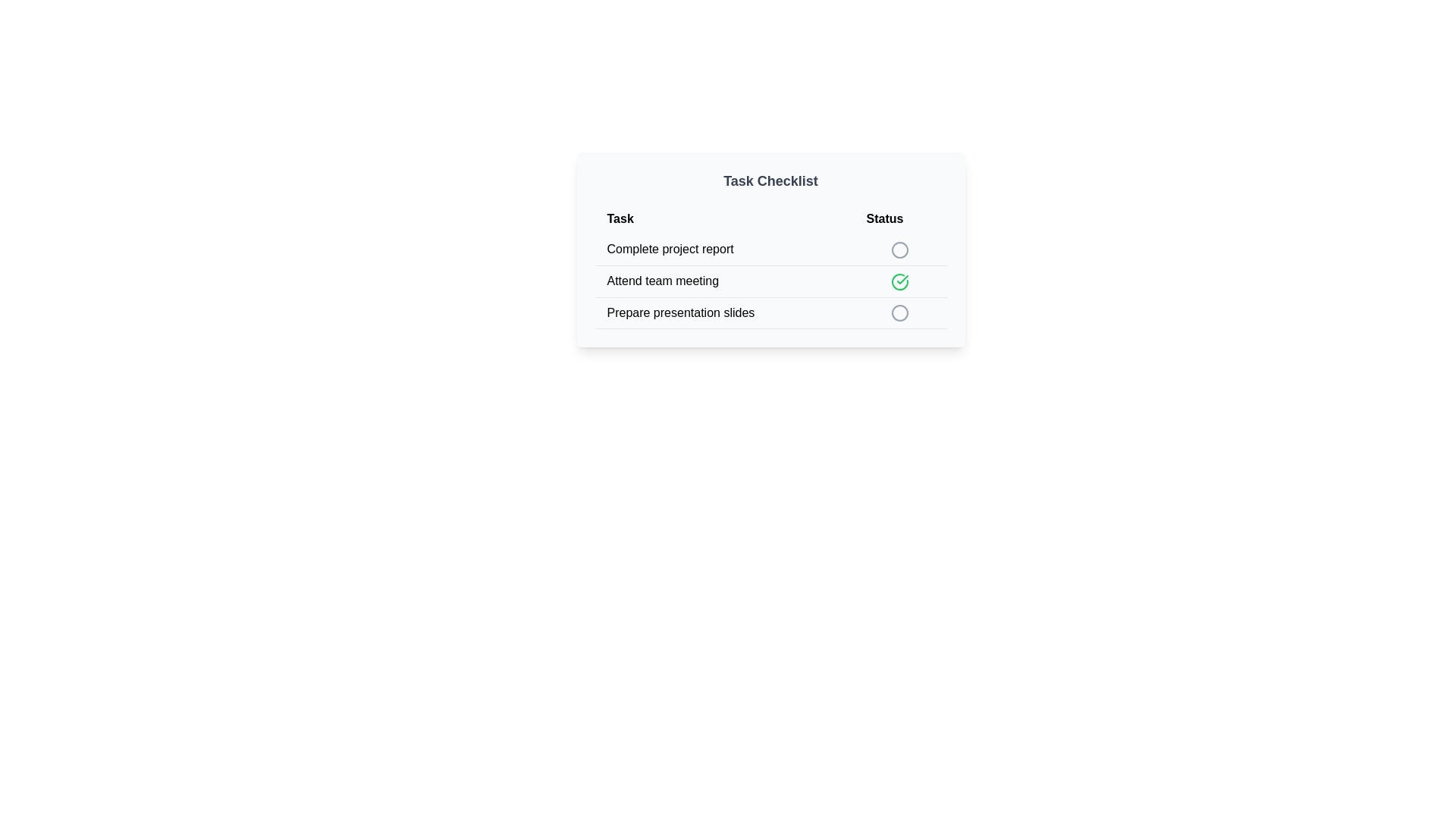  What do you see at coordinates (900, 249) in the screenshot?
I see `the status indicator icon for the task 'Complete project report'` at bounding box center [900, 249].